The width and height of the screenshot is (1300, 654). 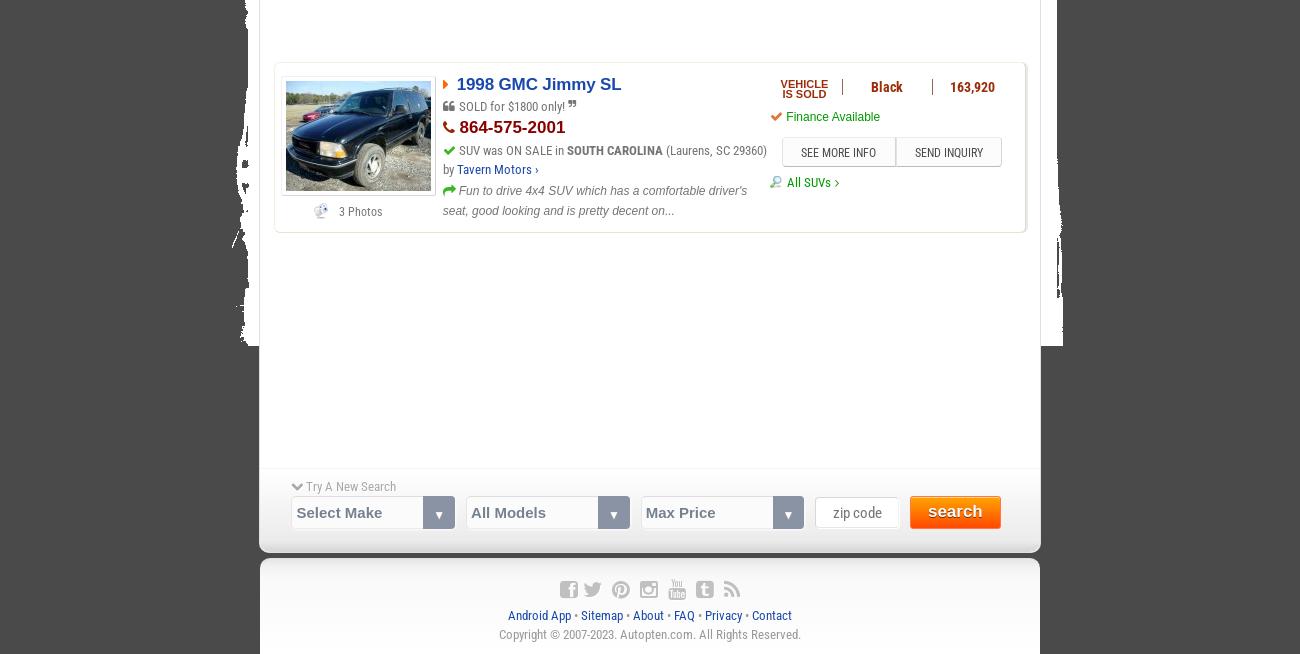 What do you see at coordinates (539, 613) in the screenshot?
I see `'Android App'` at bounding box center [539, 613].